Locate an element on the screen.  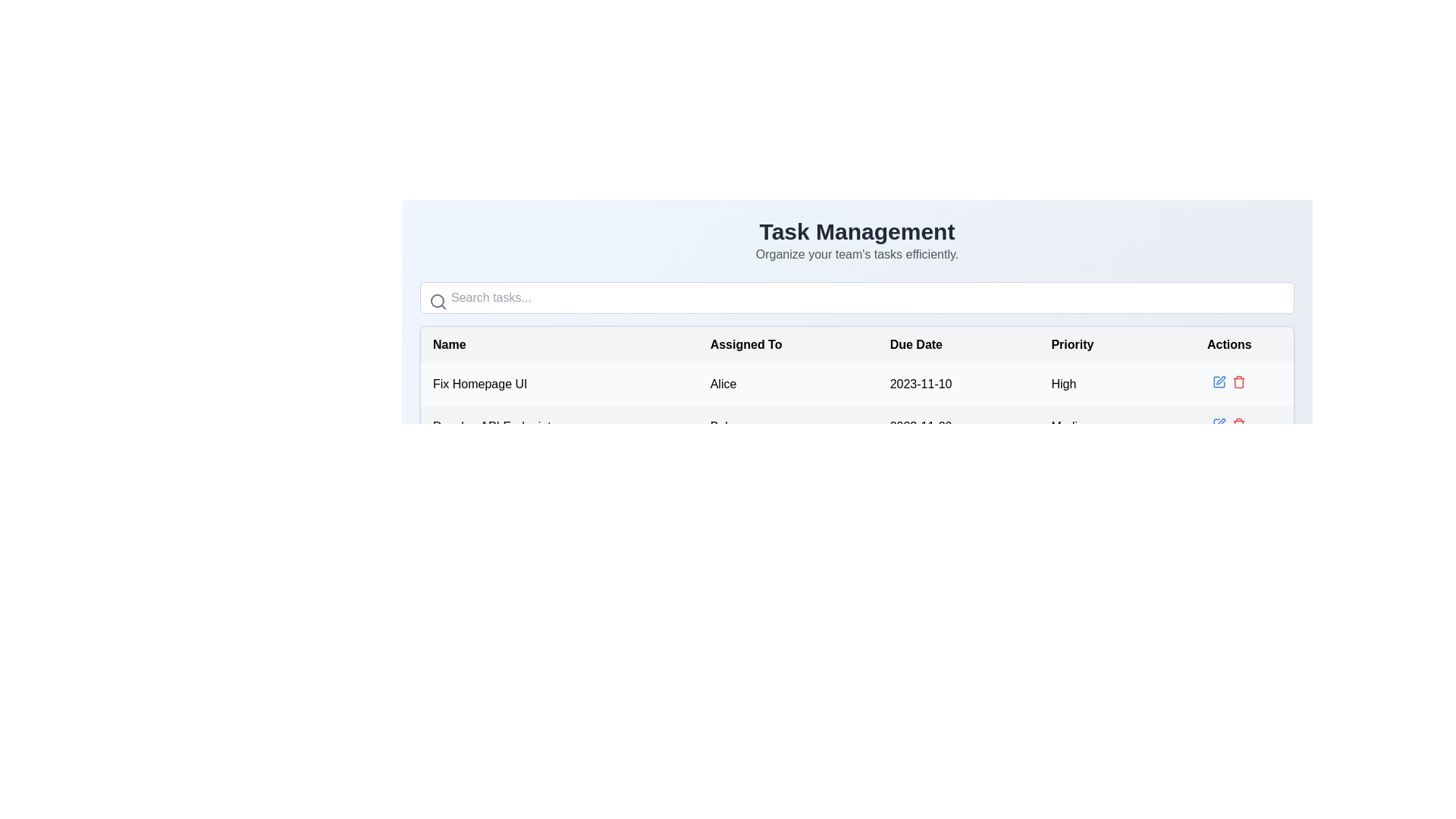
the circular outline of the magnifying glass icon located in the top-left corner of the search bar to indicate search functionality is located at coordinates (436, 301).